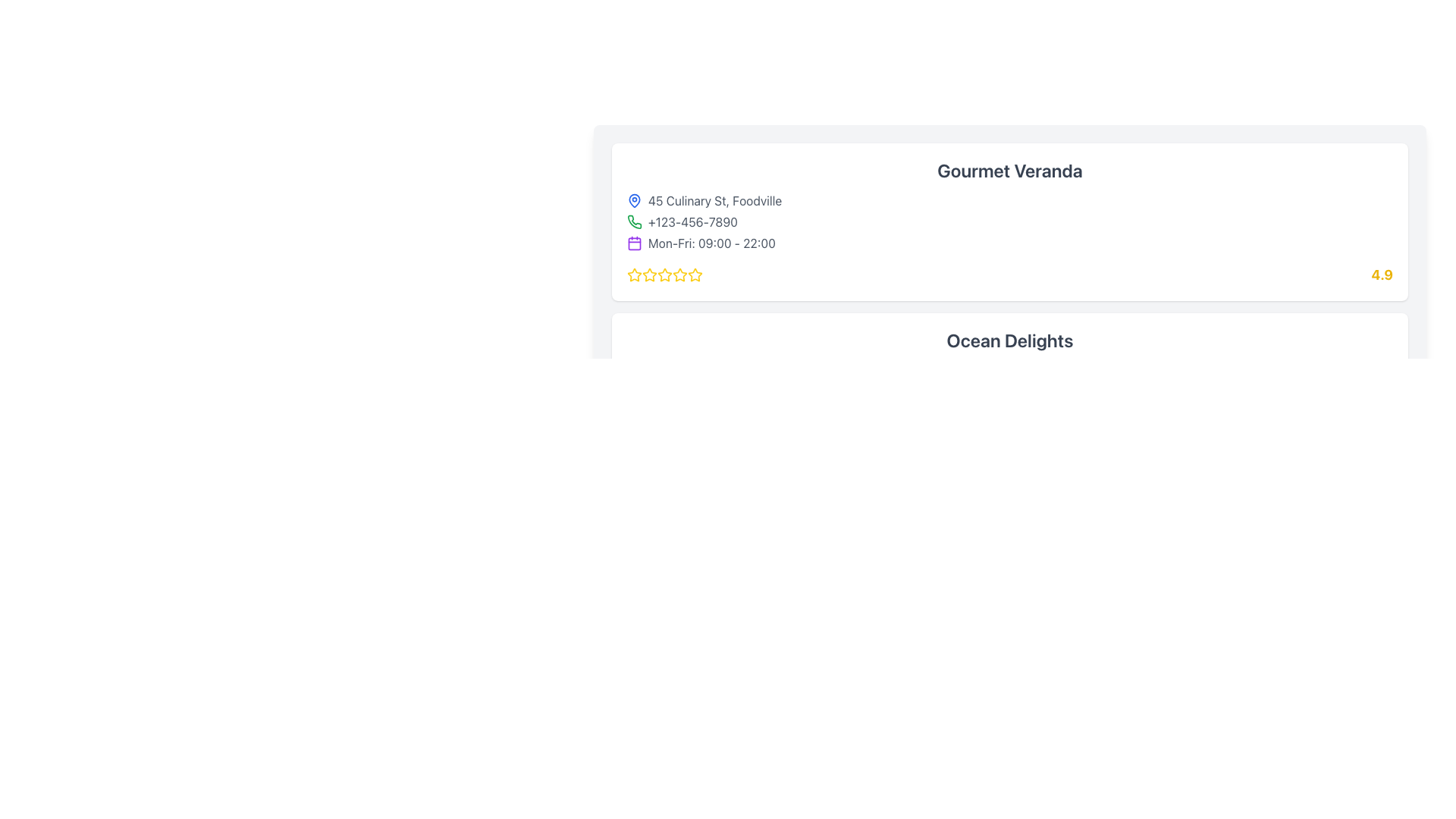 The height and width of the screenshot is (819, 1456). What do you see at coordinates (665, 275) in the screenshot?
I see `the star icon used for ratings or favorites` at bounding box center [665, 275].